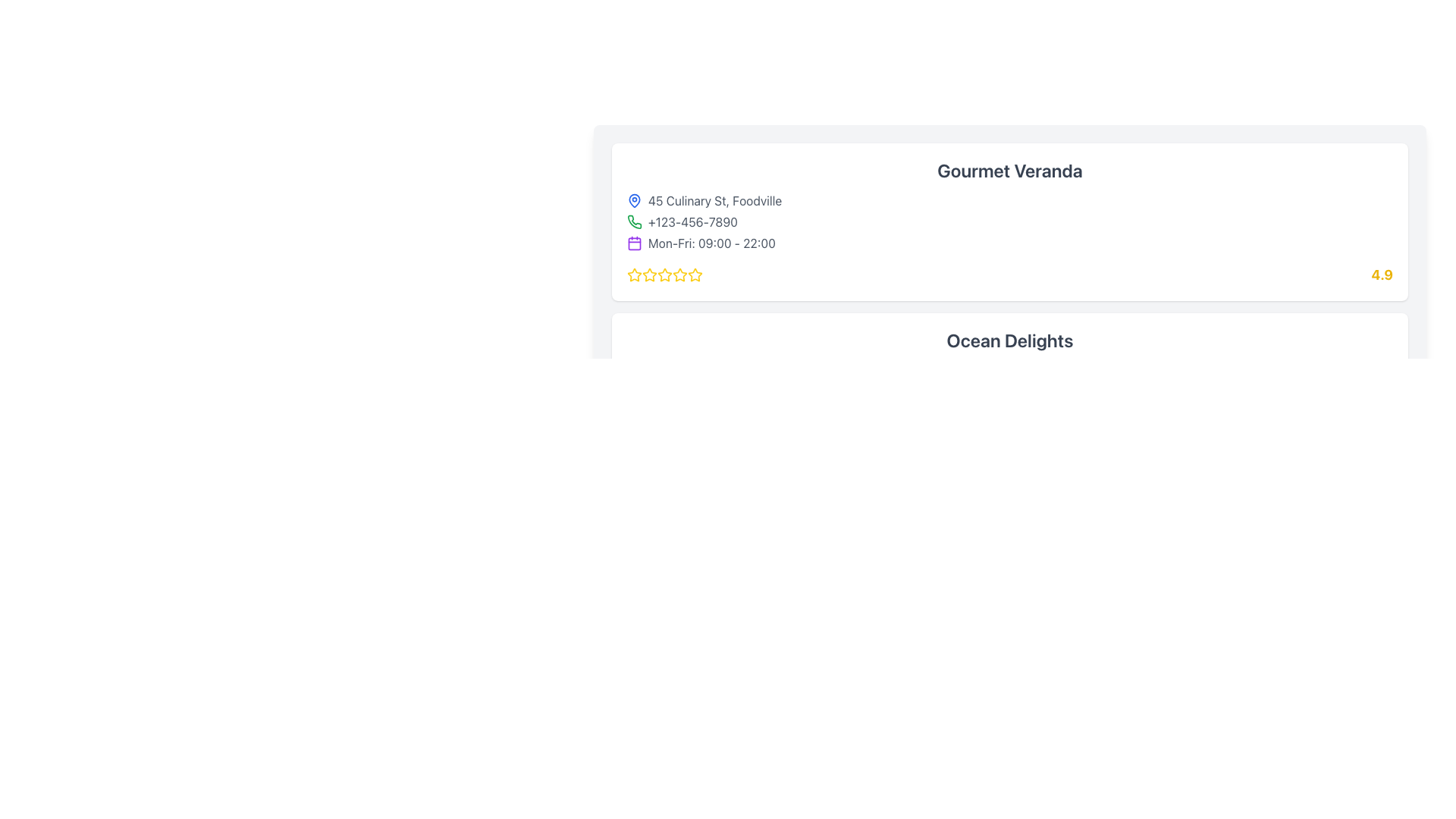 The height and width of the screenshot is (819, 1456). What do you see at coordinates (665, 275) in the screenshot?
I see `the star icon used for ratings or favorites` at bounding box center [665, 275].